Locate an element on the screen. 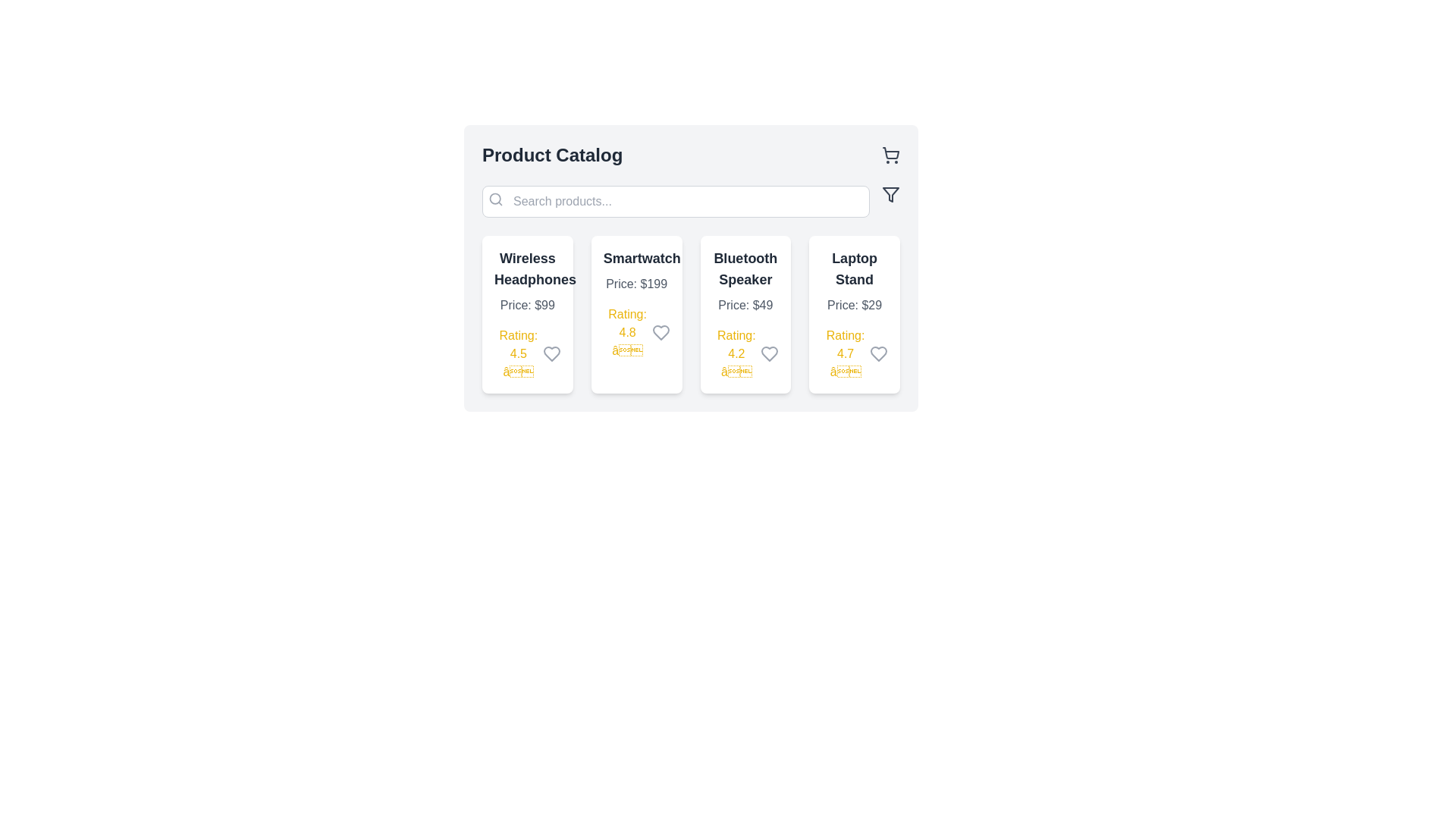  the heart-shaped icon located at the bottom-right corner of the 'Laptop Stand' product card to mark the item as favorite is located at coordinates (878, 353).